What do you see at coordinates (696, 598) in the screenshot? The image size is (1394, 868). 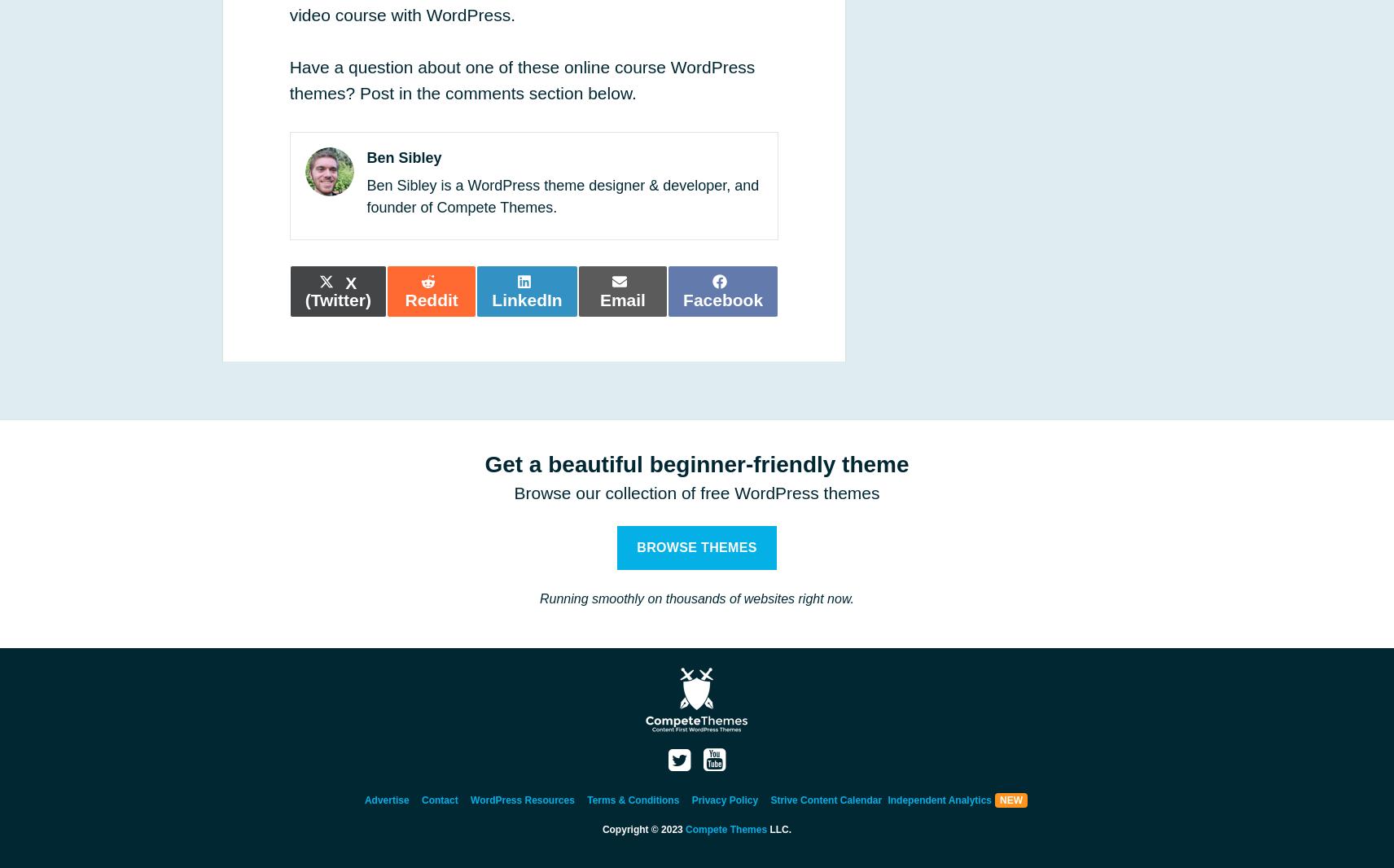 I see `'Running smoothly on thousands of websites right now.'` at bounding box center [696, 598].